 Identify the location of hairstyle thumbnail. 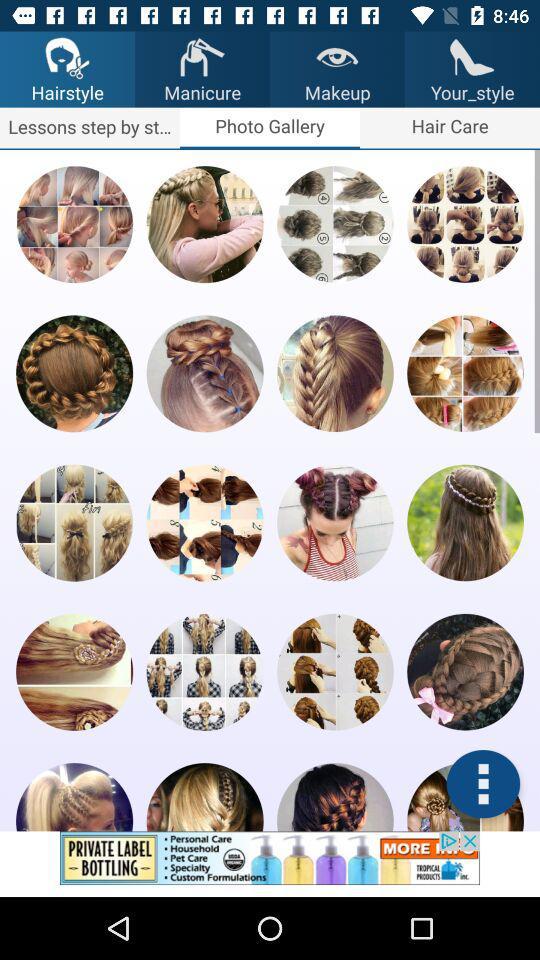
(465, 521).